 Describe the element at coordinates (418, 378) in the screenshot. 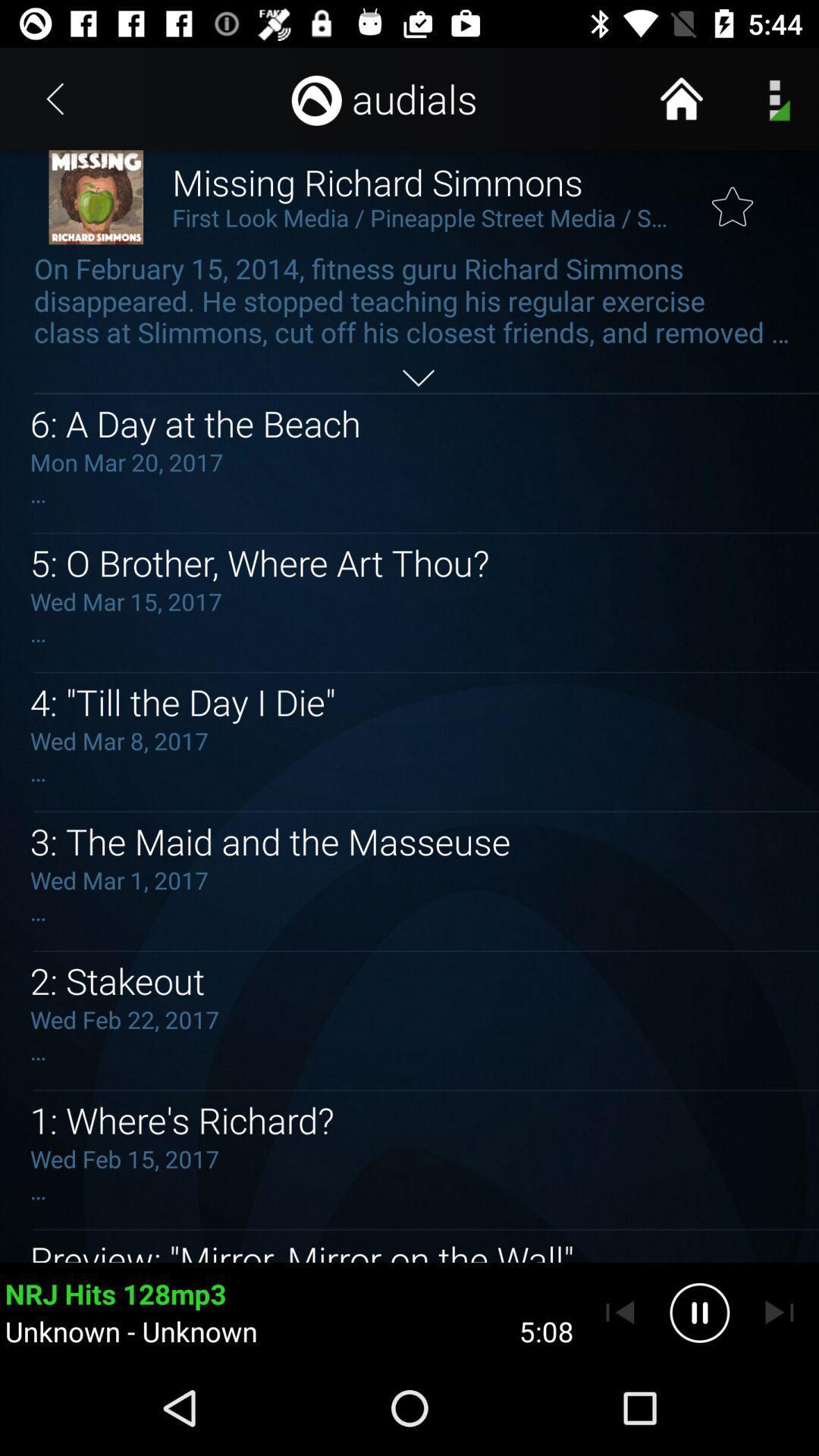

I see `the item above 6 a day item` at that location.